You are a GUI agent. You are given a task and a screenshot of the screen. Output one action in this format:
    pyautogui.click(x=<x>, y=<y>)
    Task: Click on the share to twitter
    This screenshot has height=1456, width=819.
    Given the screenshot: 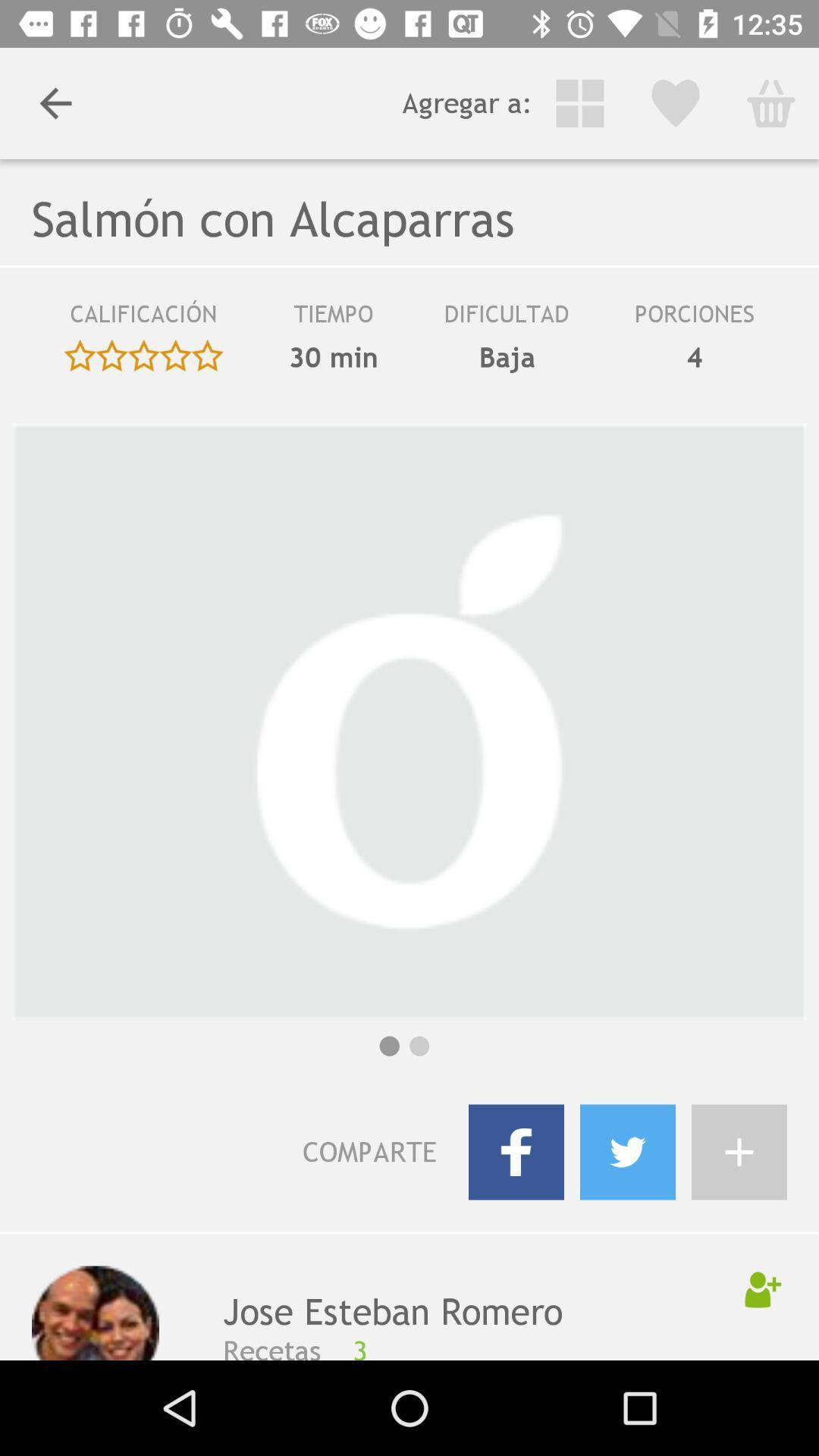 What is the action you would take?
    pyautogui.click(x=628, y=1152)
    